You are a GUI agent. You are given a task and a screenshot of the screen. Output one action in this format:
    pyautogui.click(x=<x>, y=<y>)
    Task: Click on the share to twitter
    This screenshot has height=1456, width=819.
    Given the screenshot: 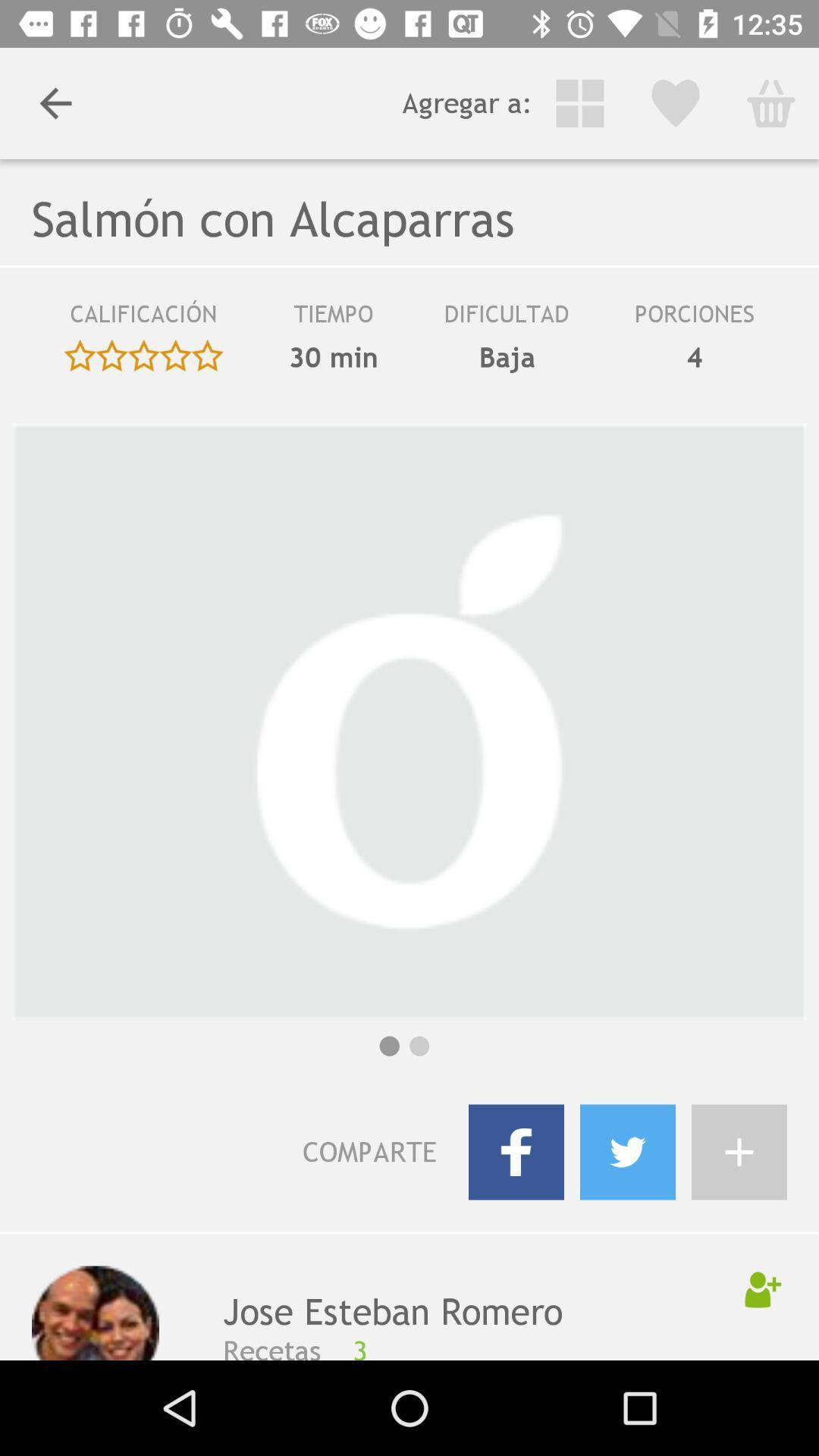 What is the action you would take?
    pyautogui.click(x=628, y=1152)
    